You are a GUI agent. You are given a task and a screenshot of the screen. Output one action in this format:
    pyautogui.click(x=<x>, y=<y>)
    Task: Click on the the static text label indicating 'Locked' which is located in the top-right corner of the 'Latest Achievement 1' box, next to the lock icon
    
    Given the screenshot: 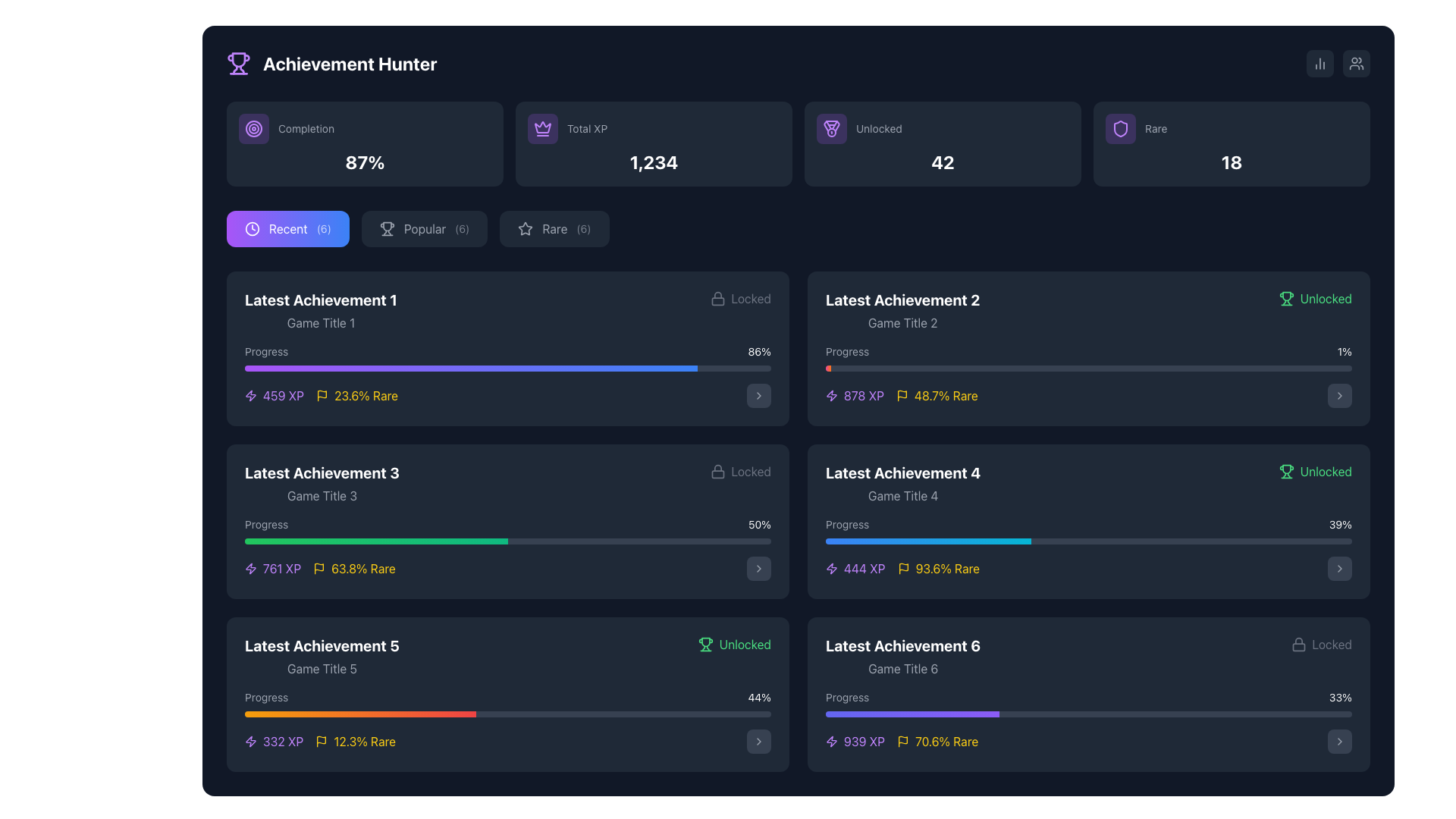 What is the action you would take?
    pyautogui.click(x=751, y=298)
    